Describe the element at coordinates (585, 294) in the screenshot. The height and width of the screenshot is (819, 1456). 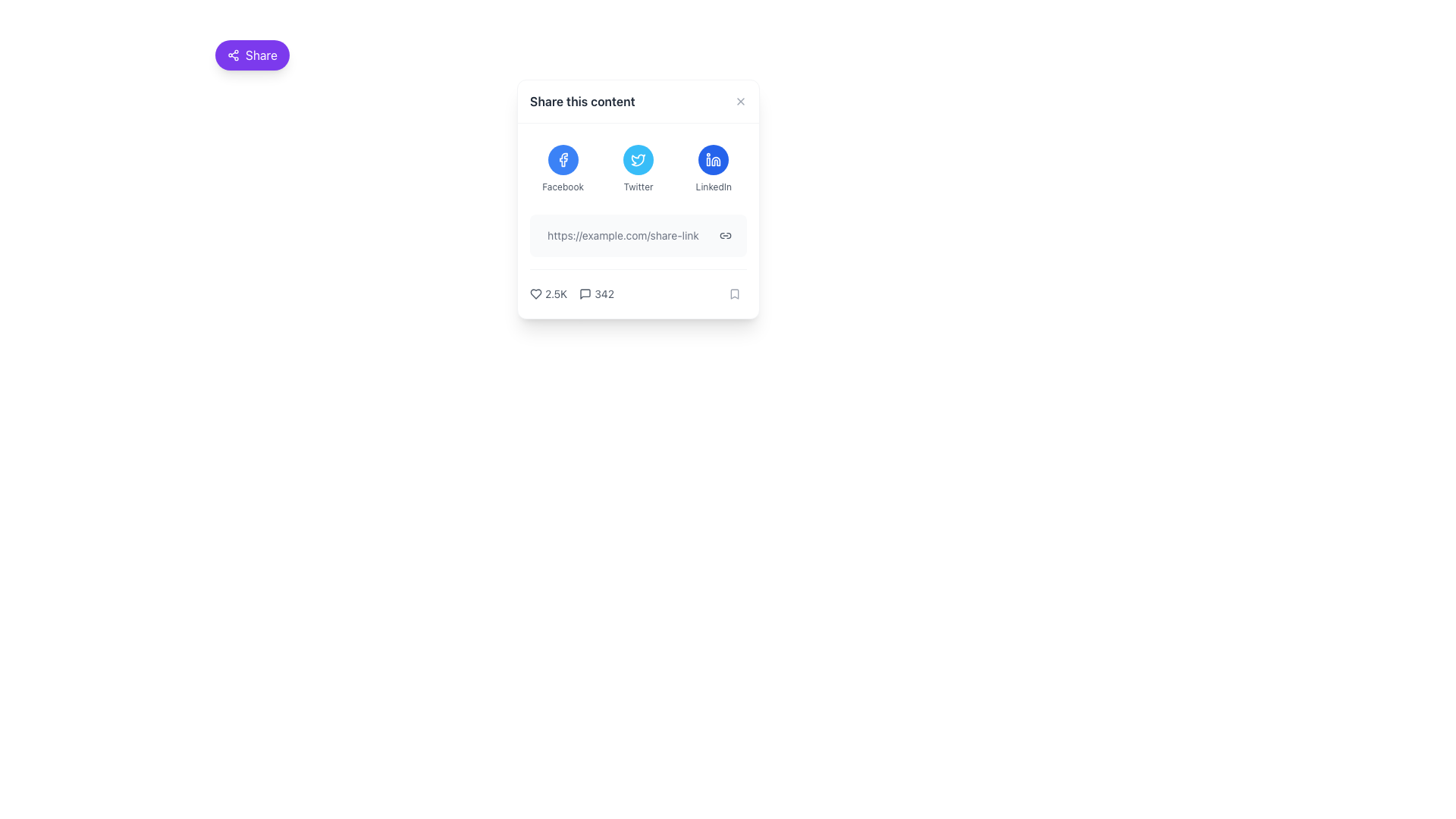
I see `the message bubble icon within the 'Share this content' modal, which is a minimalist vector graphic used for messaging features` at that location.